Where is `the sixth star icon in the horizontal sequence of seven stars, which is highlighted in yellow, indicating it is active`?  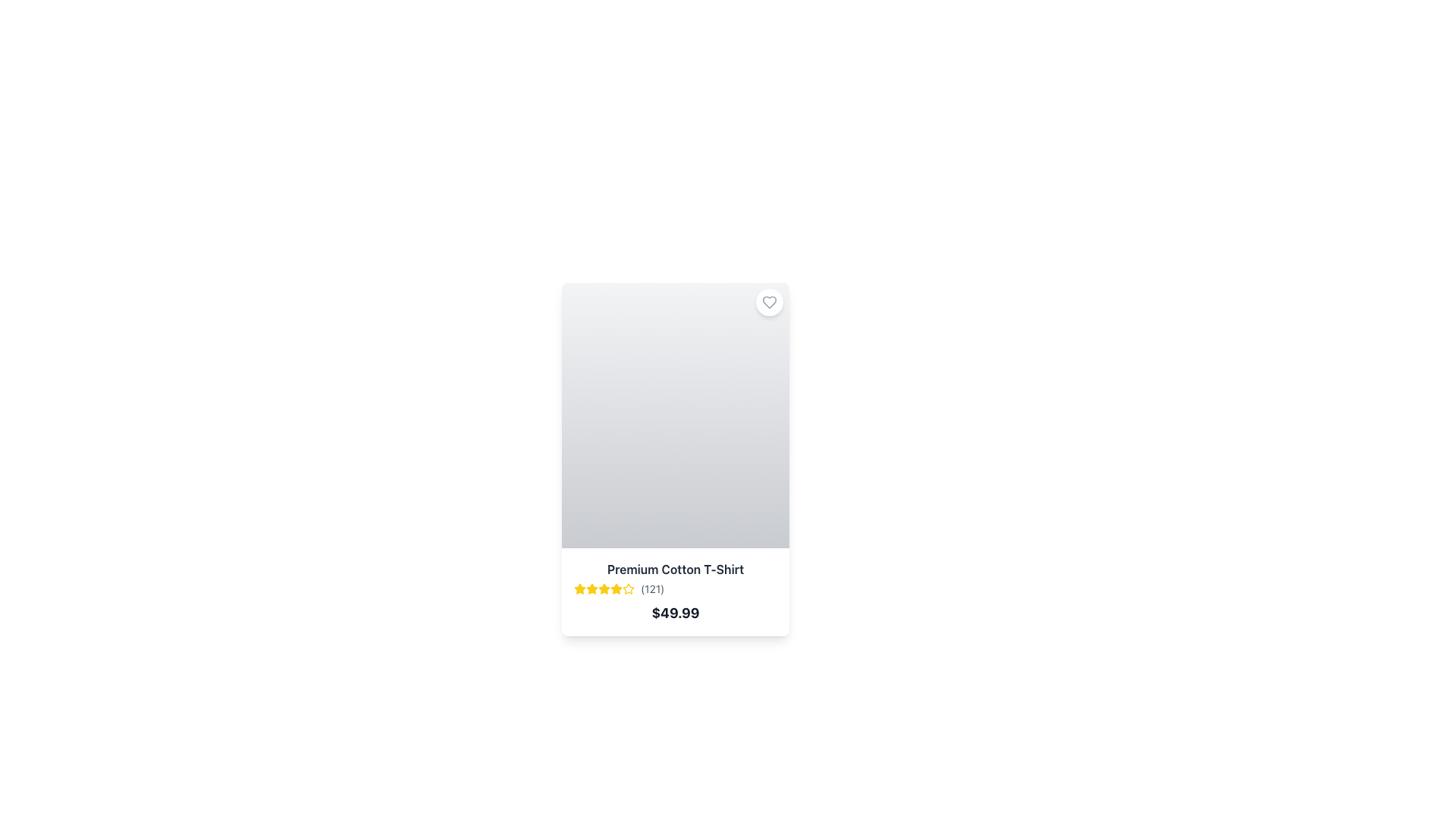 the sixth star icon in the horizontal sequence of seven stars, which is highlighted in yellow, indicating it is active is located at coordinates (616, 588).